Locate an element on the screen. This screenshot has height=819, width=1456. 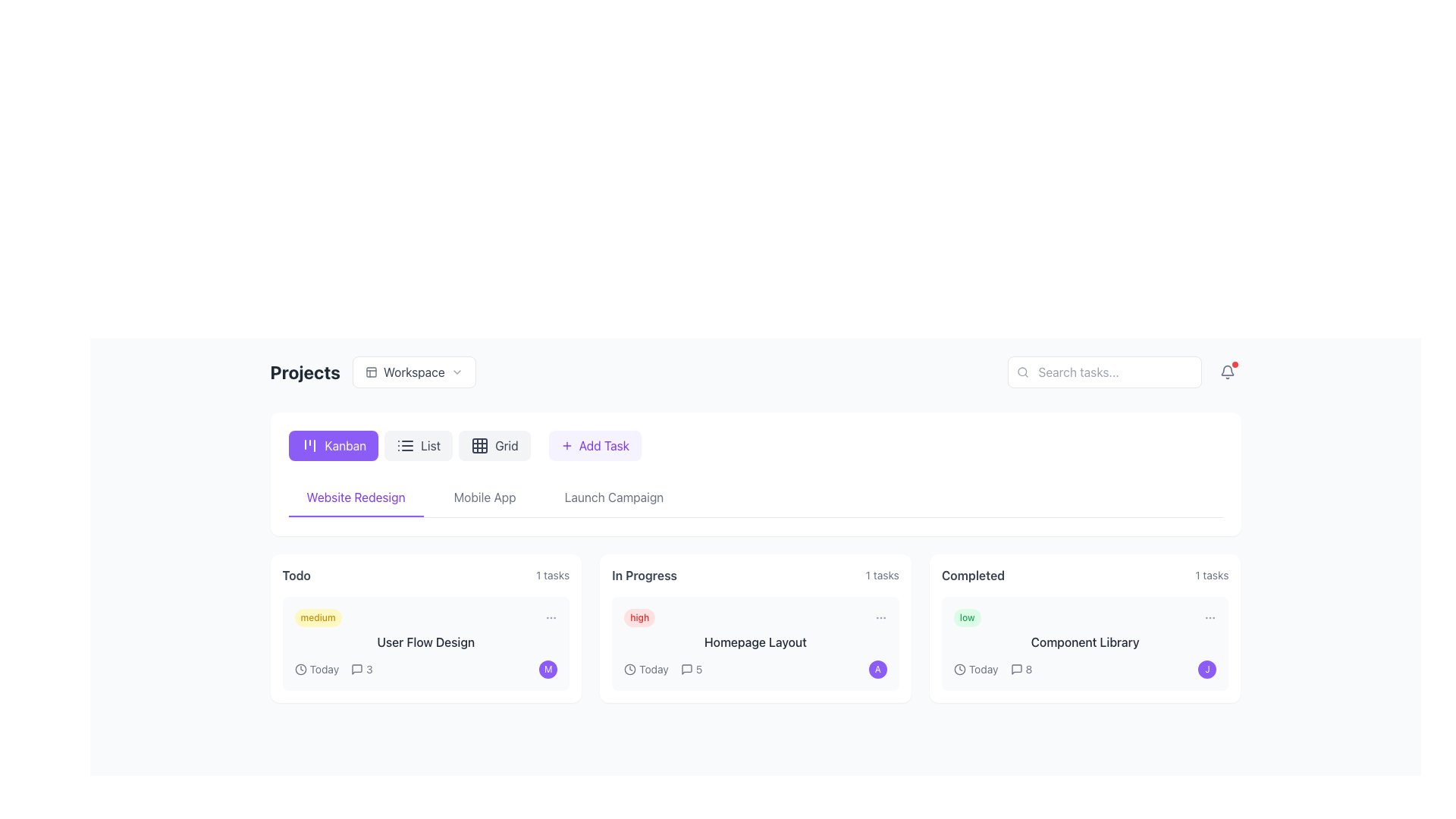
the 'Website Redesign' navigation link, which is styled with bold purple text and an underline, indicating it is the currently selected item in the navigation bar is located at coordinates (355, 497).